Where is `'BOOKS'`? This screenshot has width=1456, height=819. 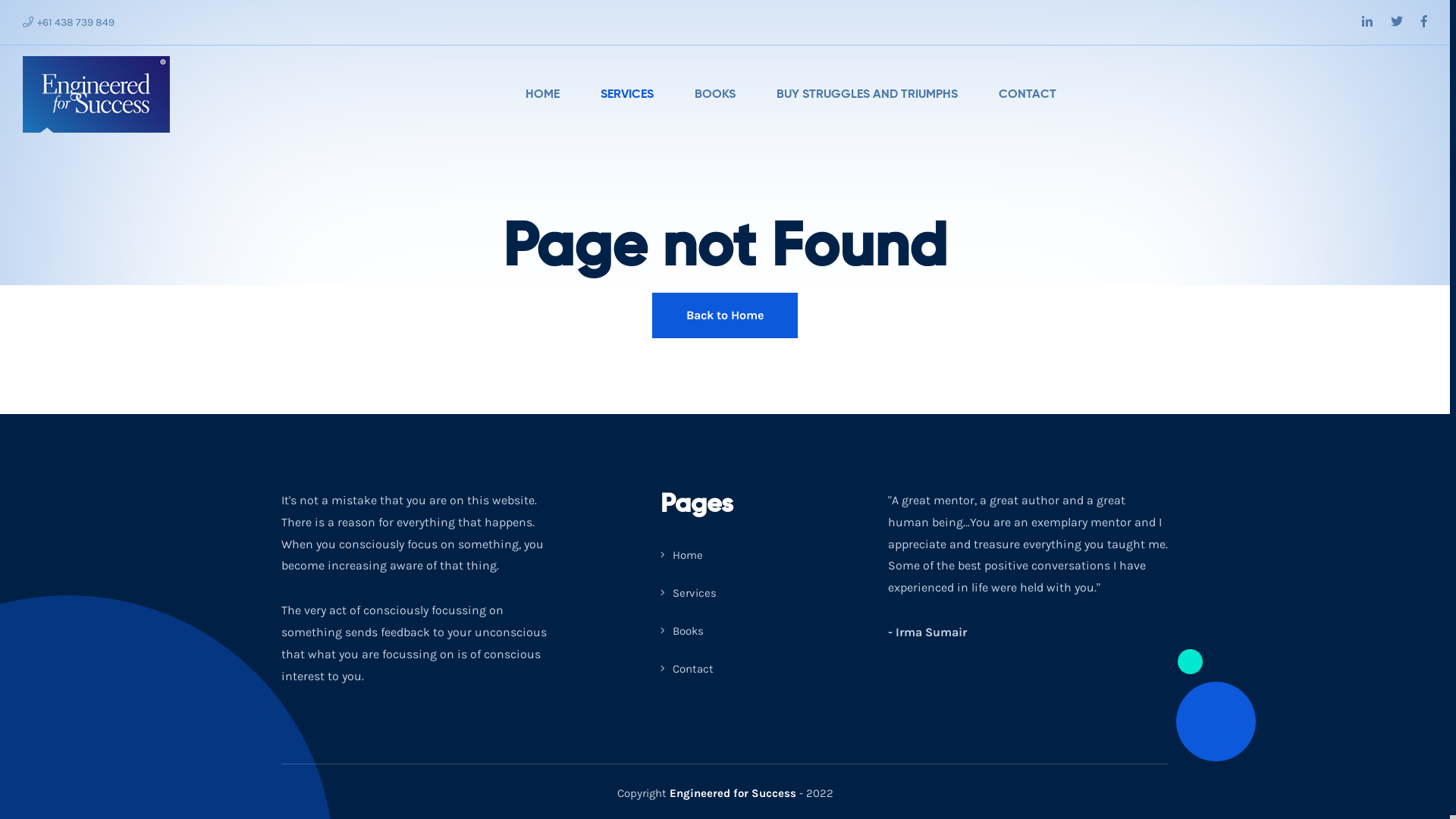
'BOOKS' is located at coordinates (714, 94).